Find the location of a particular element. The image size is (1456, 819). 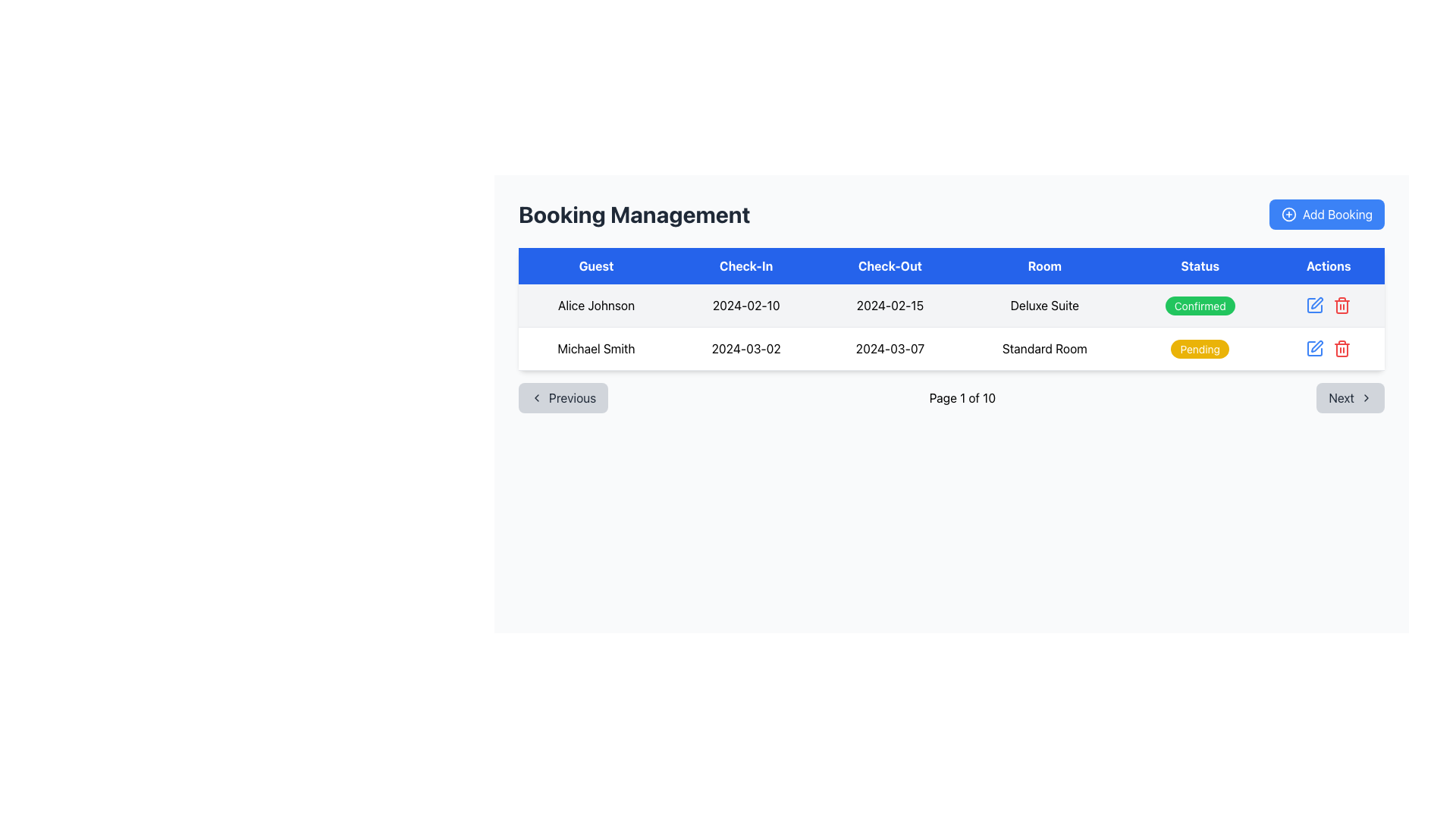

text label displaying 'Page 1 of 10' located at the bottom center of the interface, part of the pagination control is located at coordinates (962, 397).